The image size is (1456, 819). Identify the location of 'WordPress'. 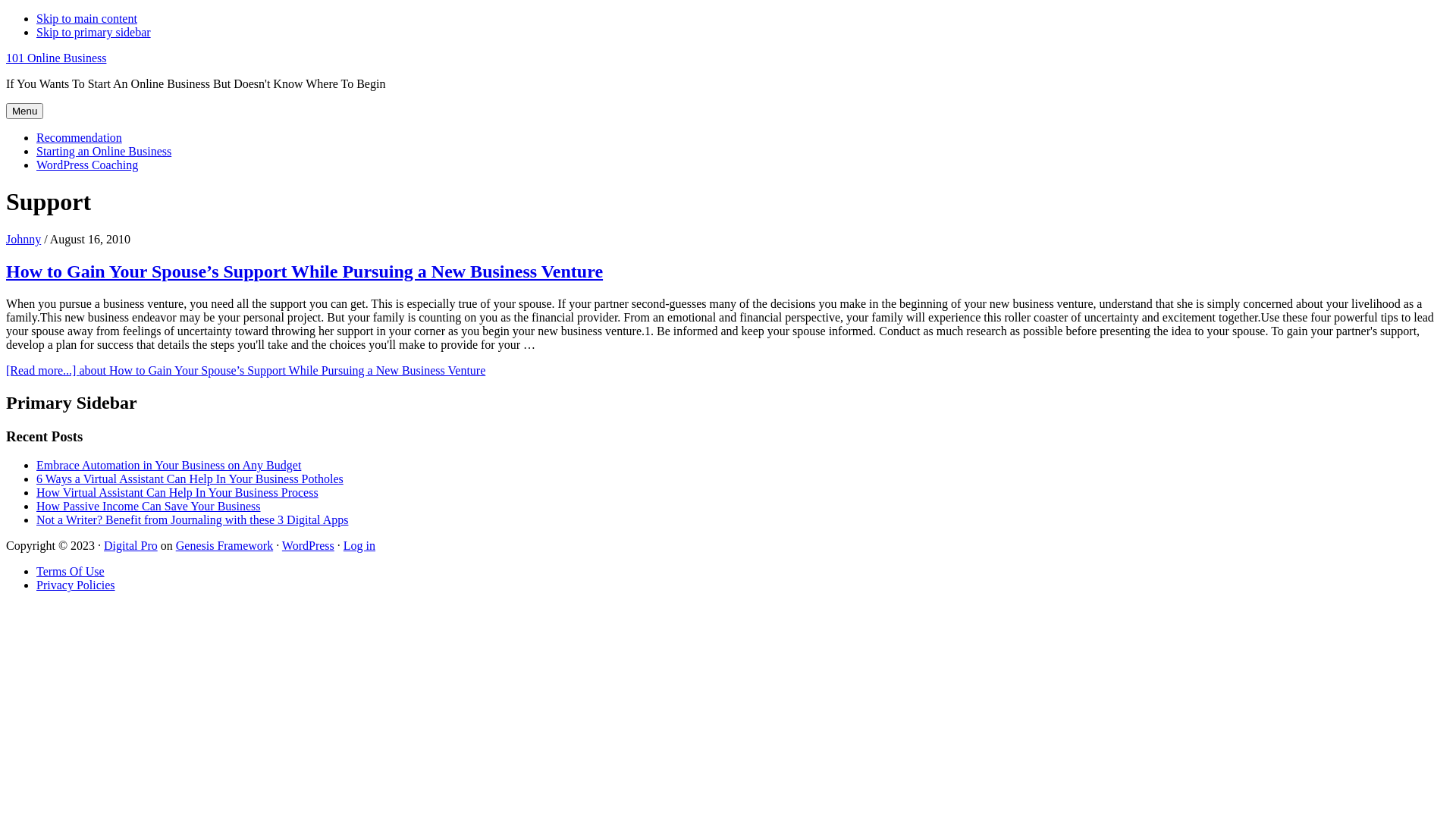
(307, 544).